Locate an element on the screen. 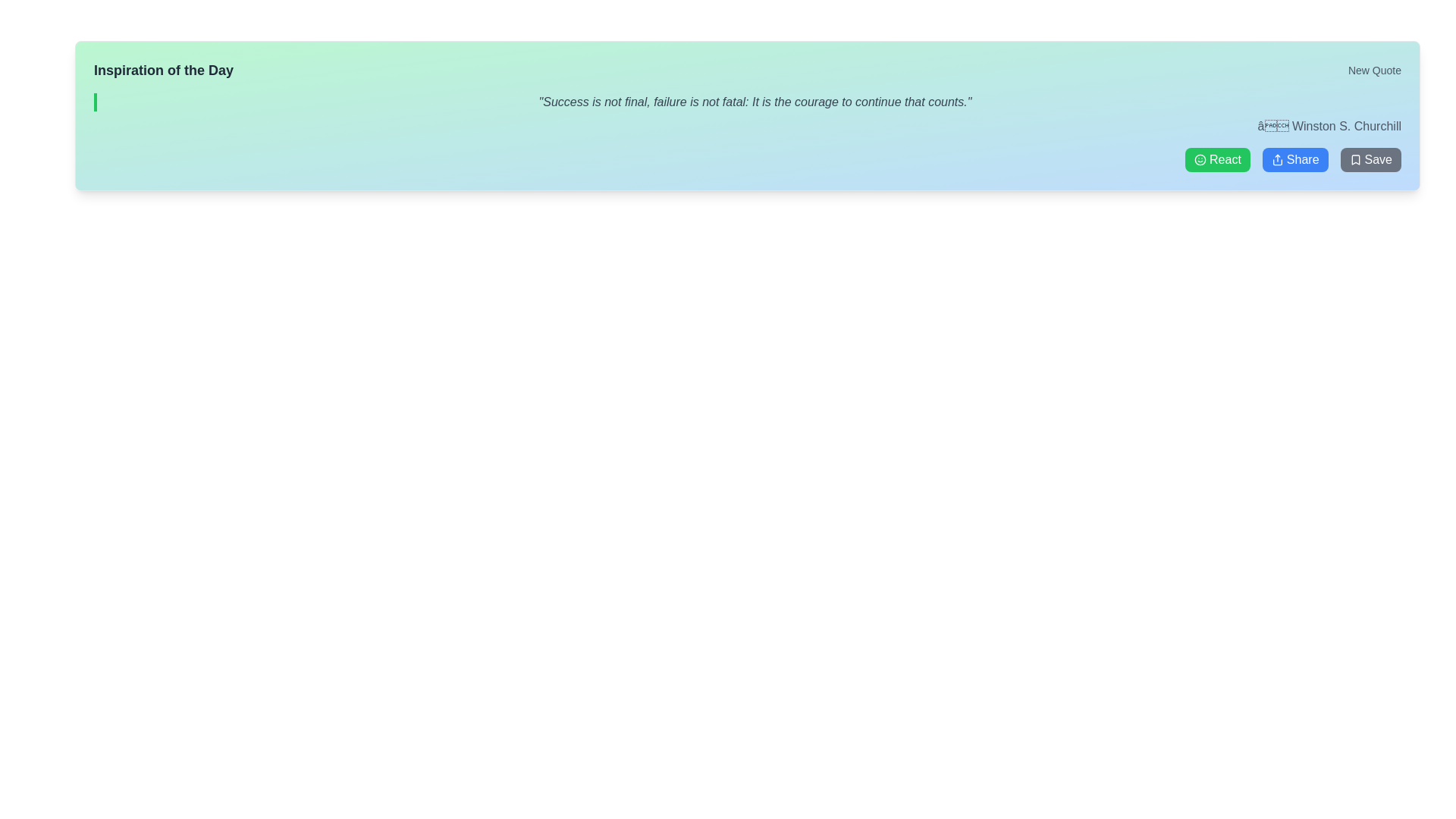  the 'React' button, which is a green button with white text and a smiley face icon, located in the bottom-right corner of the blue gradient header area is located at coordinates (1217, 160).